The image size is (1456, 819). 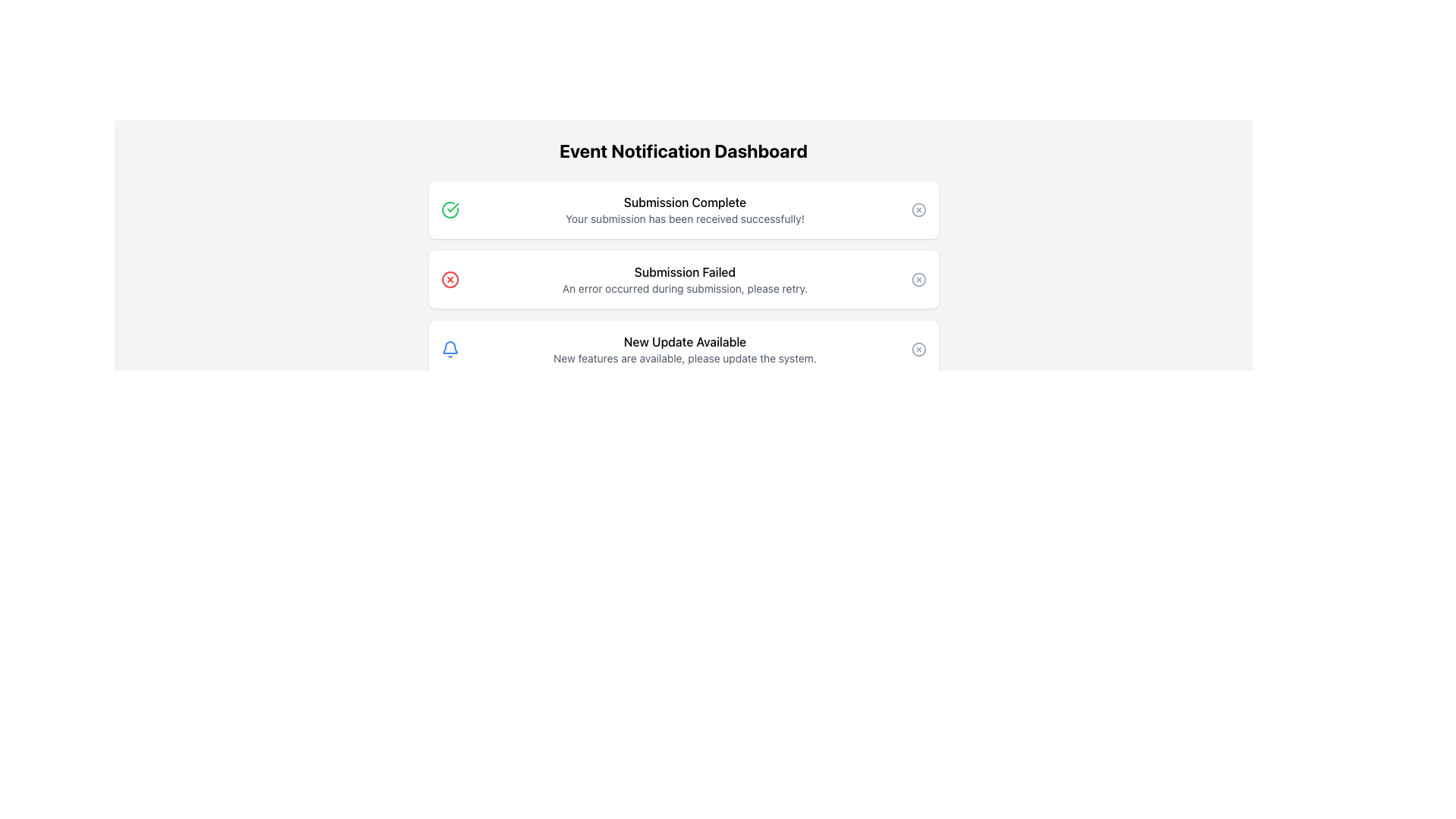 What do you see at coordinates (449, 347) in the screenshot?
I see `the notification icon, which resembles a curved bell shape with a blue outline` at bounding box center [449, 347].